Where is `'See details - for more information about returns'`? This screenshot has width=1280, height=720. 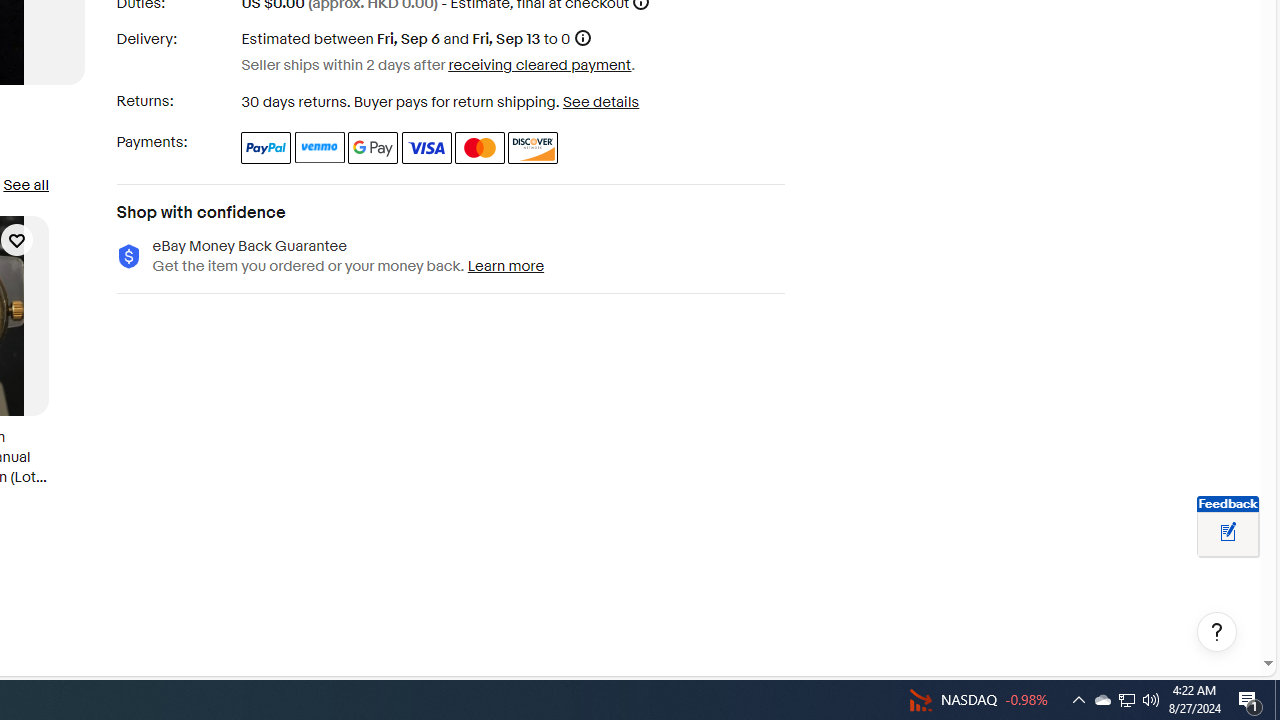 'See details - for more information about returns' is located at coordinates (599, 102).